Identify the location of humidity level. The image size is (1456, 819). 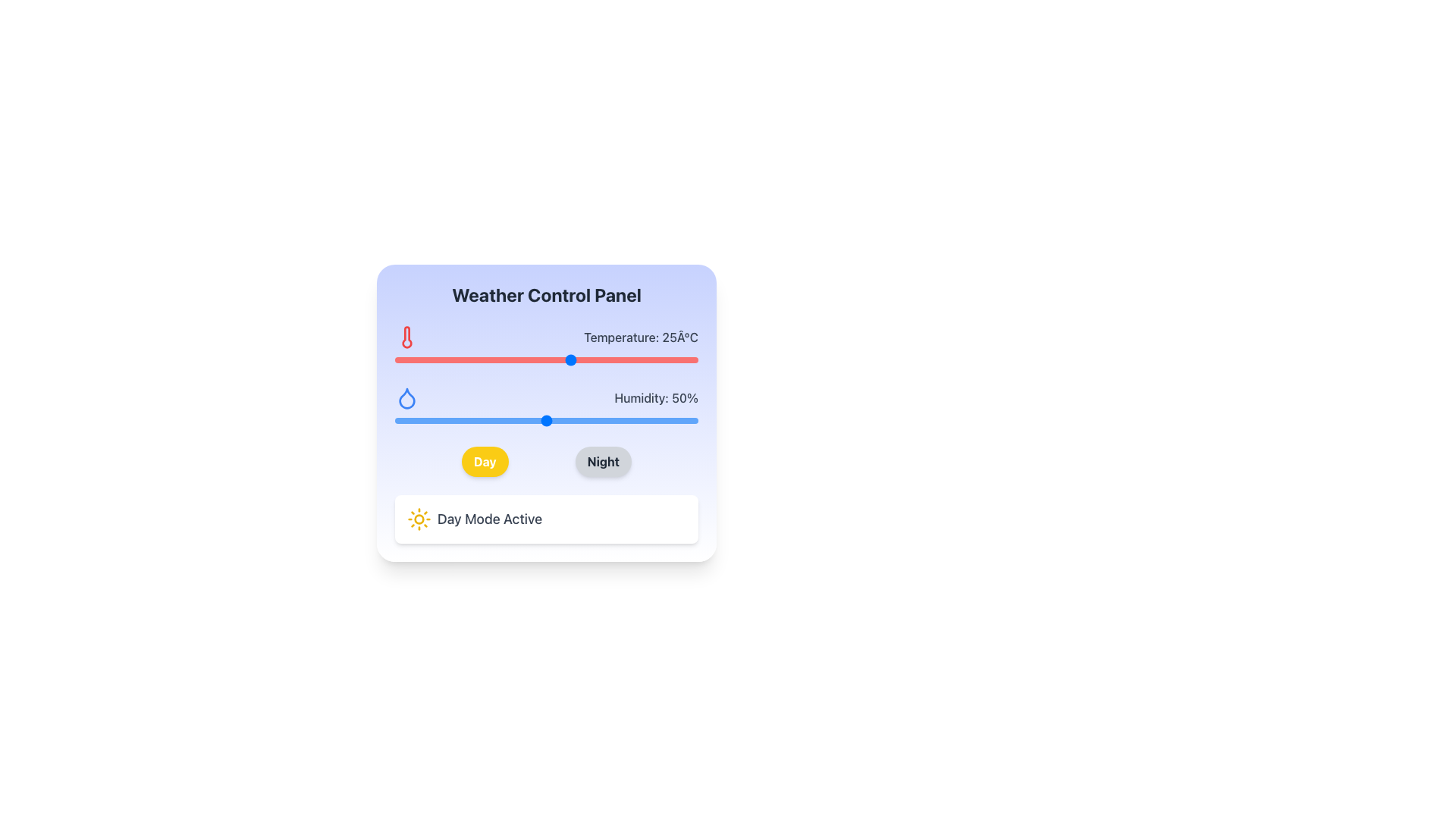
(413, 421).